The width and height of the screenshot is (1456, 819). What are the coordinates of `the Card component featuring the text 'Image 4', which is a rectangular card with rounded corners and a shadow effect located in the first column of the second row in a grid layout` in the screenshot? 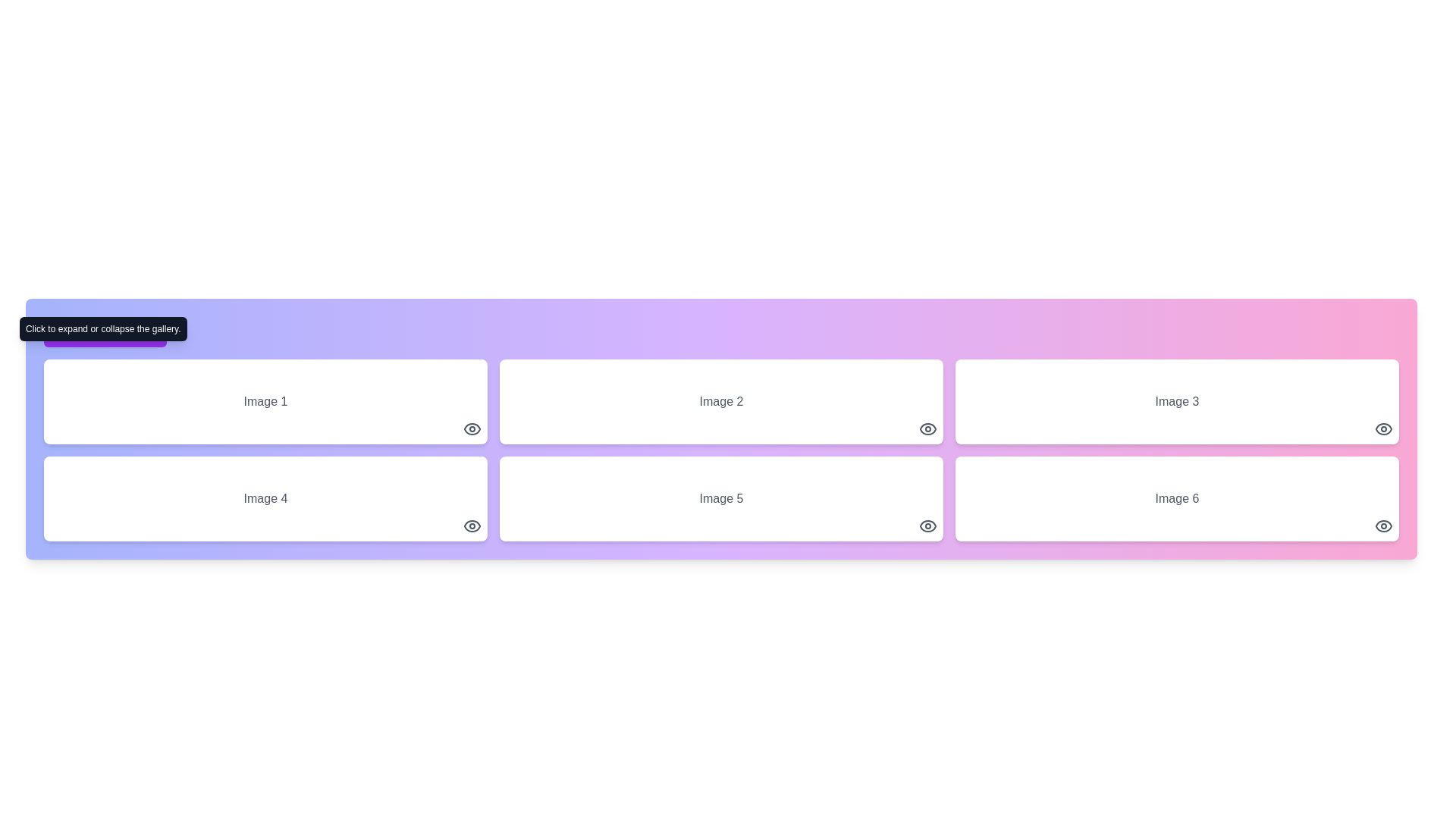 It's located at (265, 499).